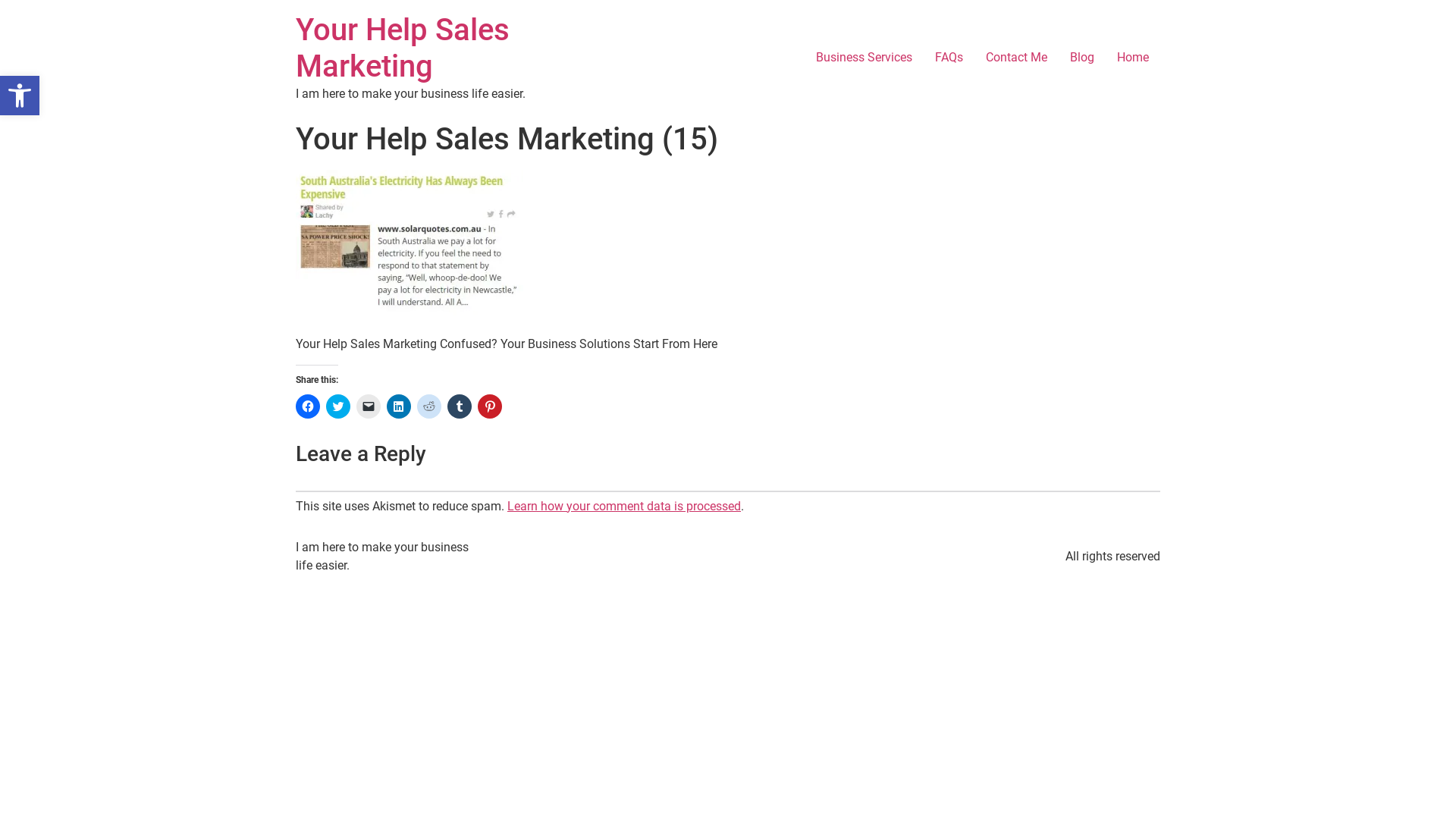 The width and height of the screenshot is (1456, 819). I want to click on 'Your Help Sales Marketing', so click(403, 47).